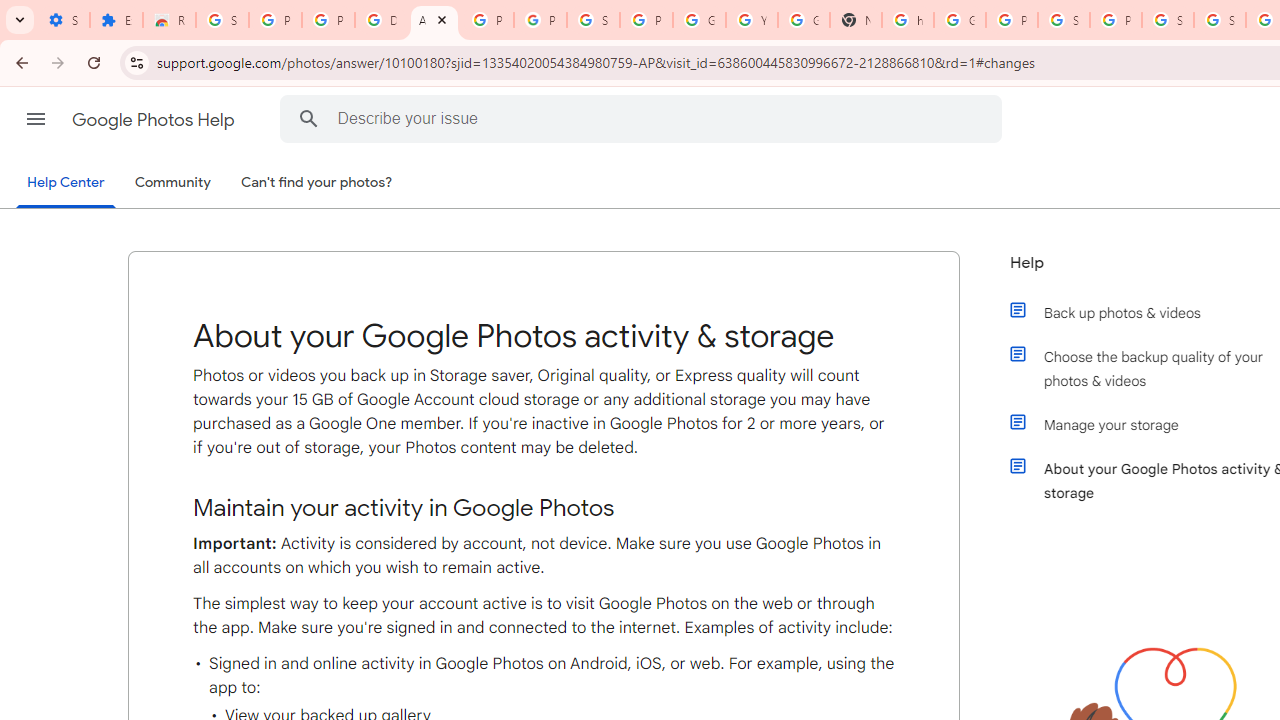  Describe the element at coordinates (172, 183) in the screenshot. I see `'Community'` at that location.